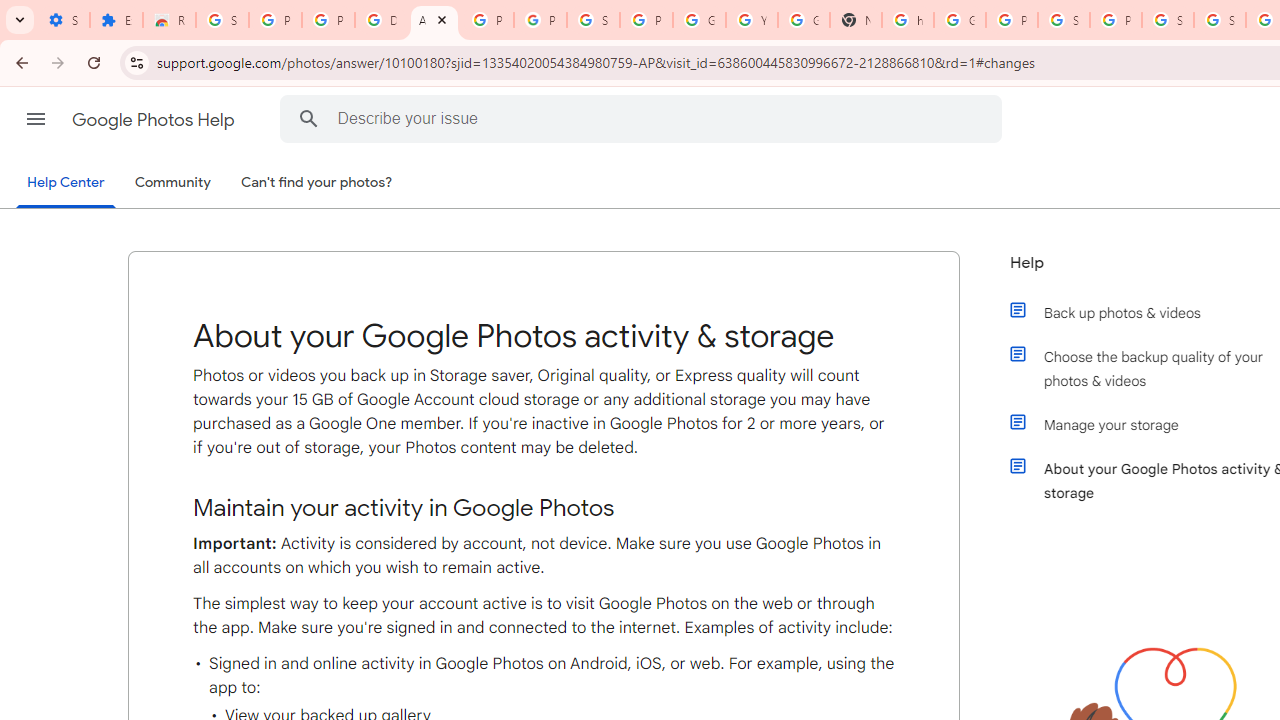  Describe the element at coordinates (172, 183) in the screenshot. I see `'Community'` at that location.